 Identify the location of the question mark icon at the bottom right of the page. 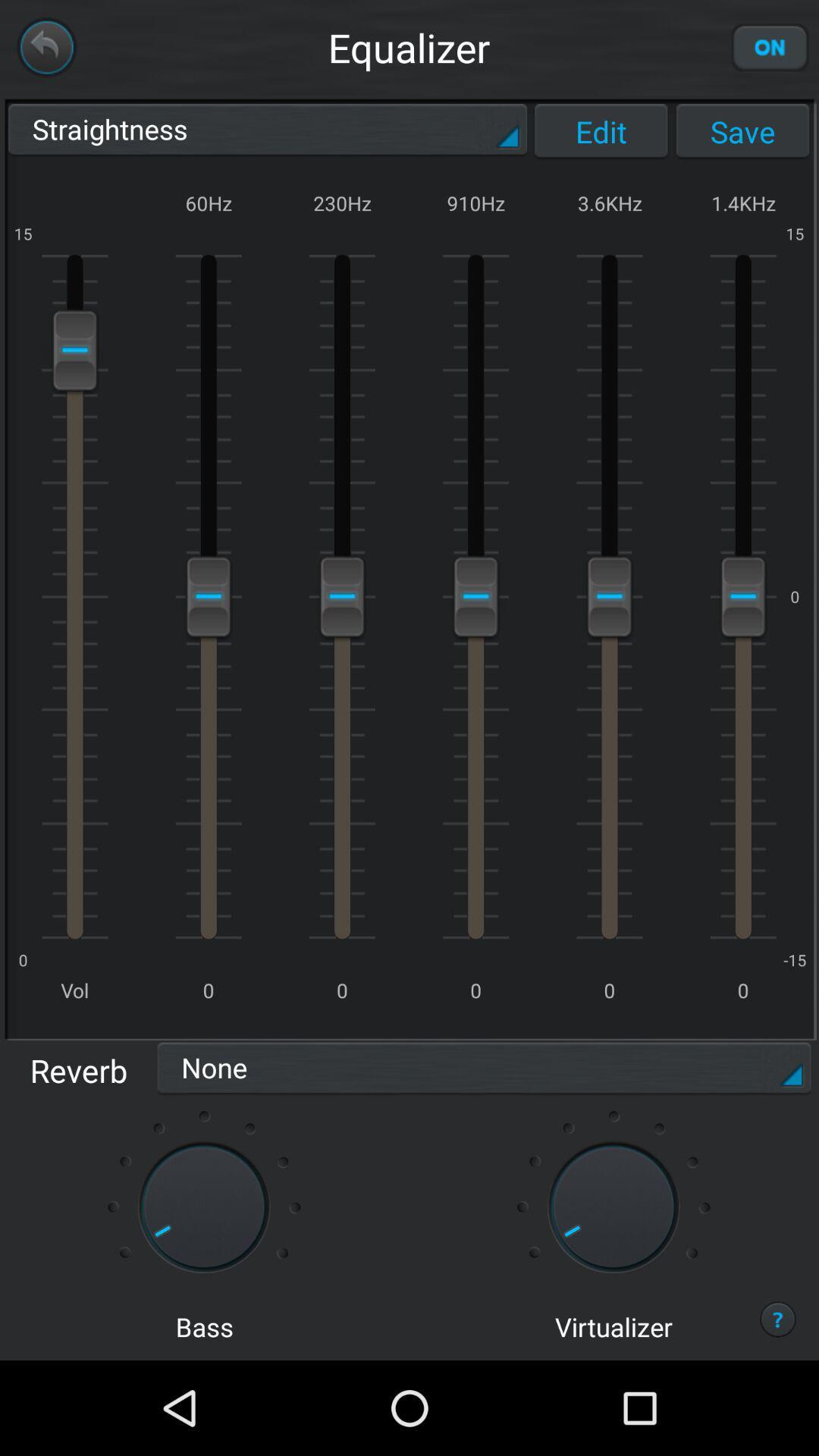
(778, 1318).